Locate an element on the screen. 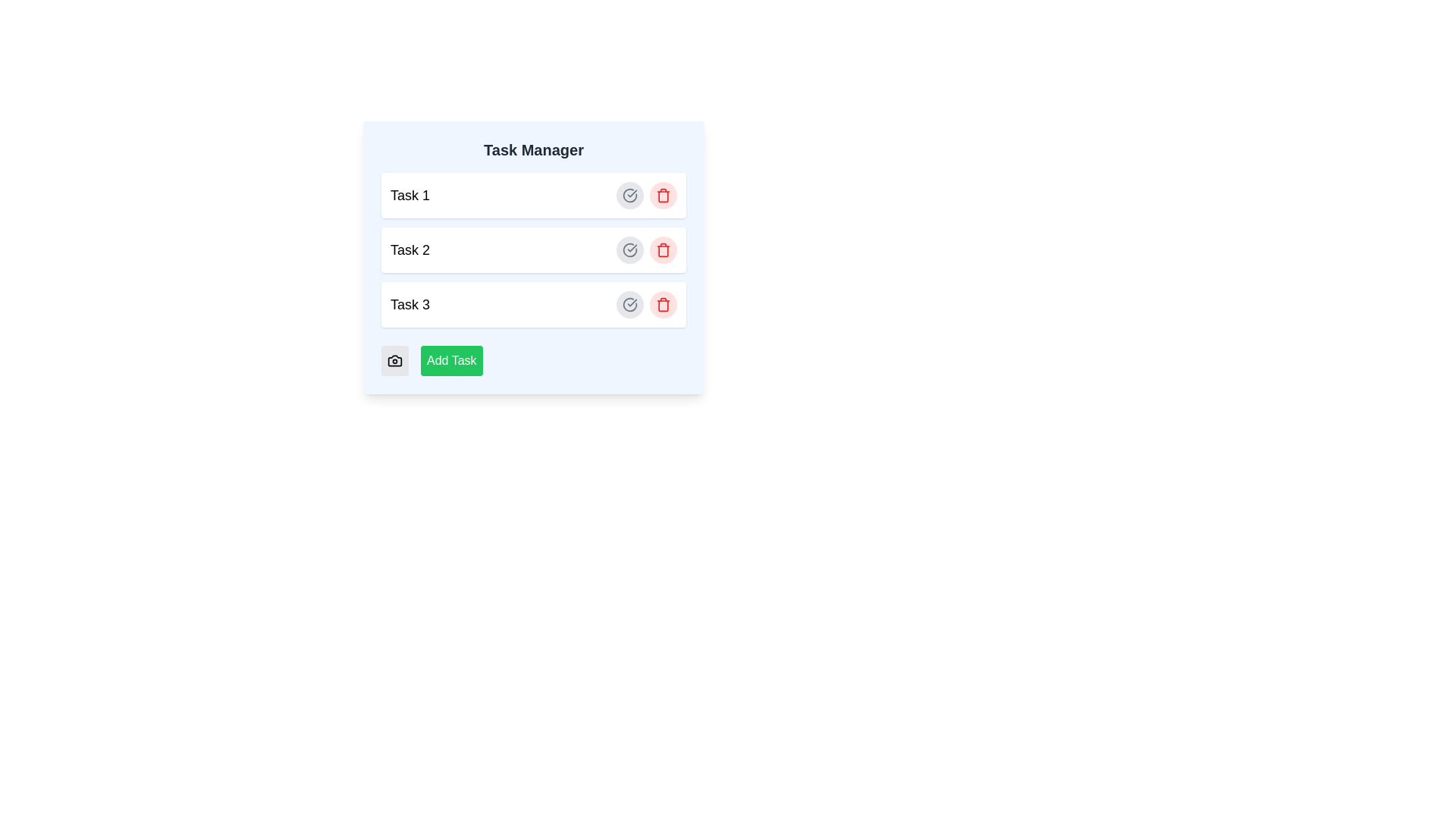 The width and height of the screenshot is (1456, 819). the circular gray button with a check mark icon is located at coordinates (629, 249).